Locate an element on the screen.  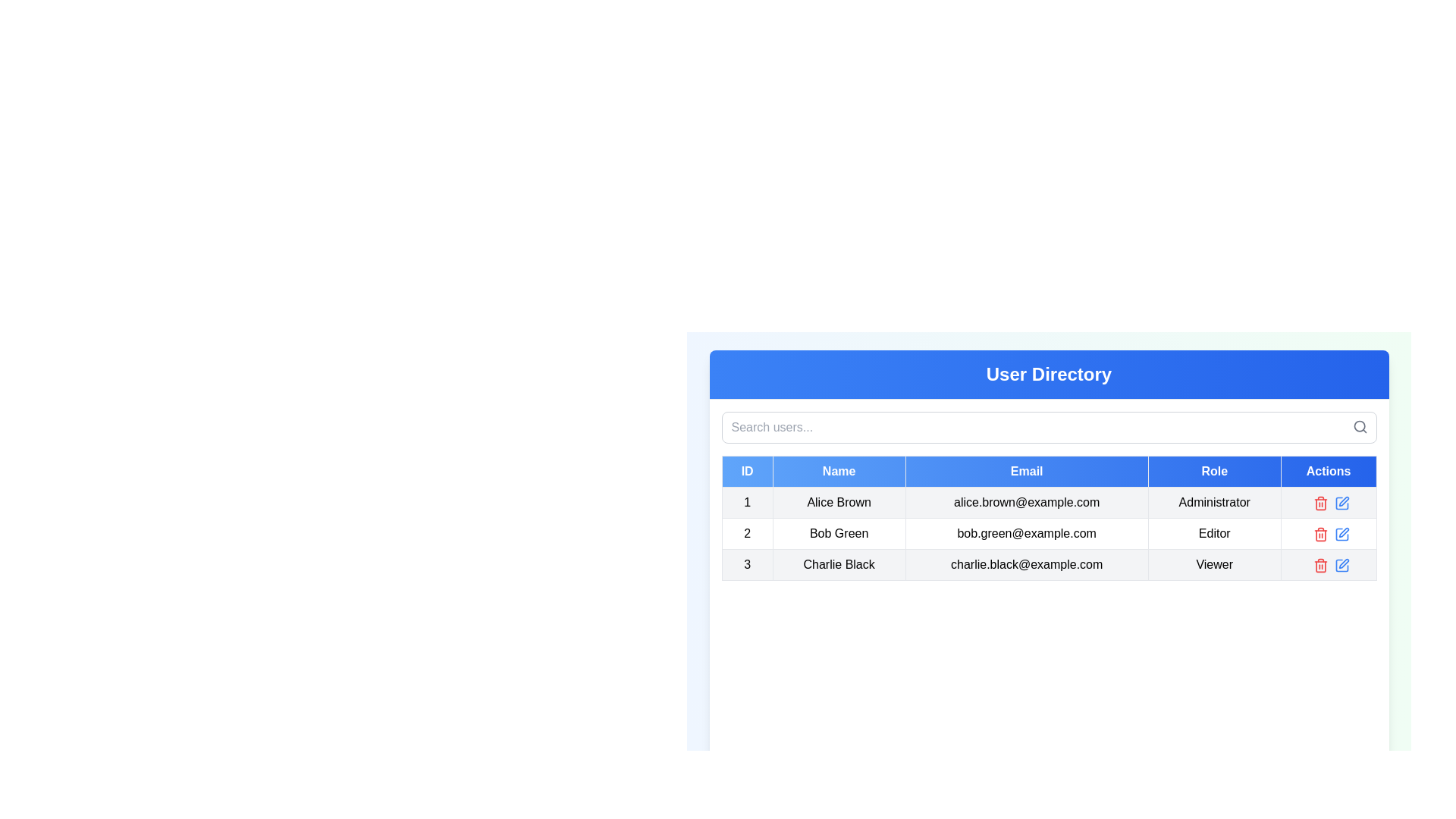
the decorative graphic component of the search icon located in the top-right corner of the user directory interface header is located at coordinates (1359, 426).